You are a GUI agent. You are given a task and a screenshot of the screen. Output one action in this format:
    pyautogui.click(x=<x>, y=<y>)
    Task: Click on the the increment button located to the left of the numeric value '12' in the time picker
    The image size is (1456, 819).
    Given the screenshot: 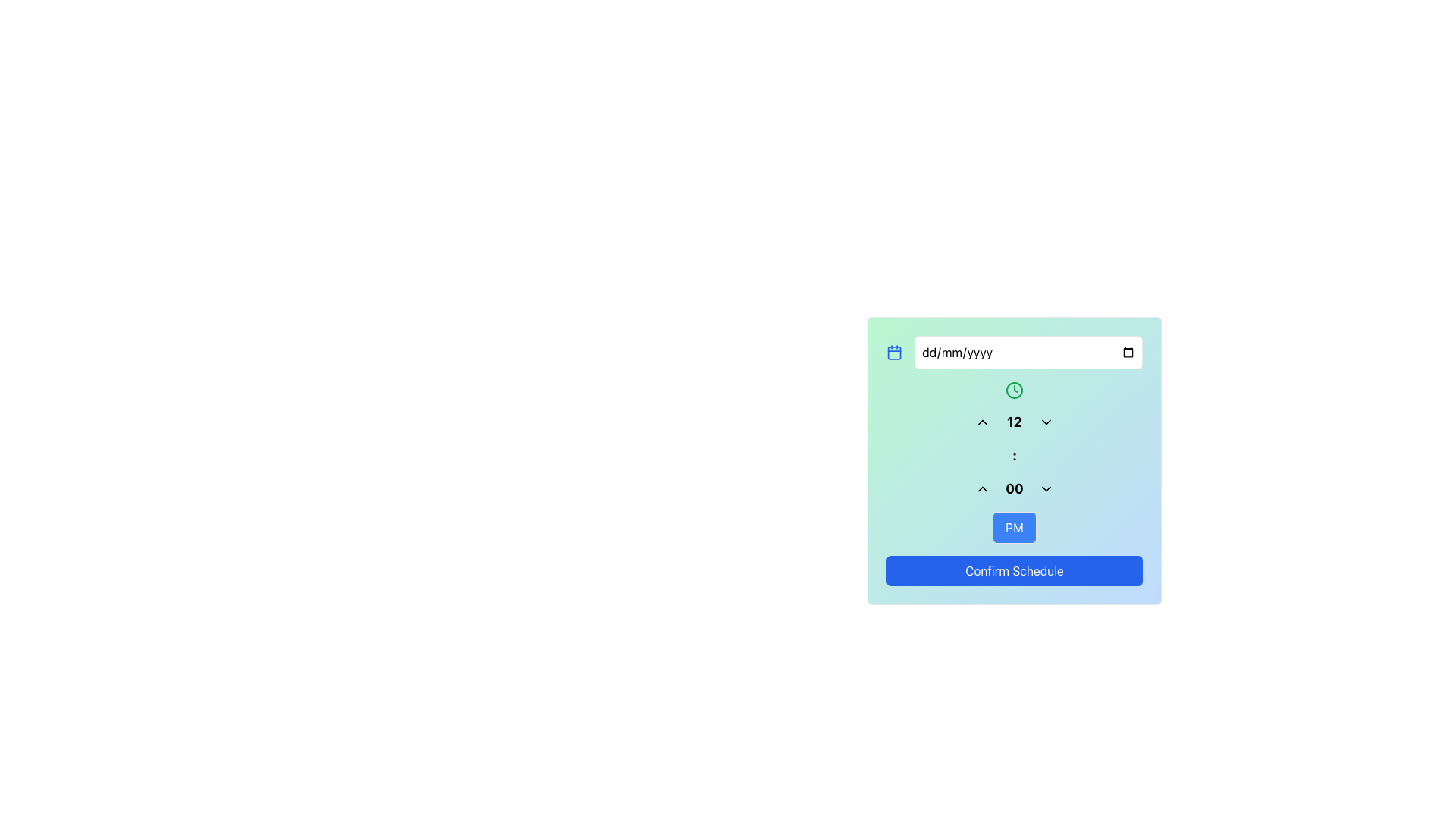 What is the action you would take?
    pyautogui.click(x=983, y=422)
    